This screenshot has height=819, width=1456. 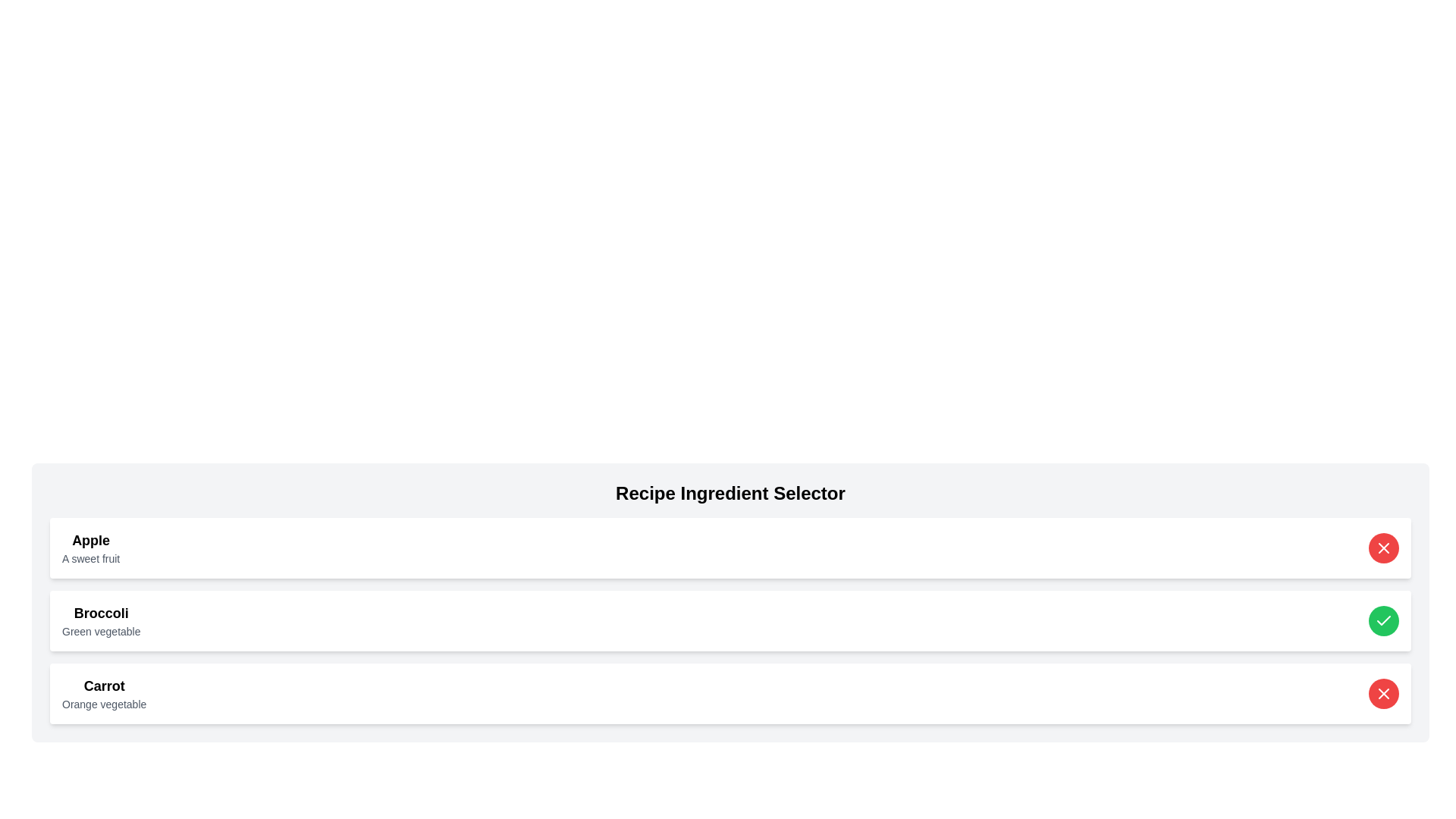 What do you see at coordinates (1383, 548) in the screenshot?
I see `the red diagonal cross-shaped icon located at the far right of the 'Apple' list item` at bounding box center [1383, 548].